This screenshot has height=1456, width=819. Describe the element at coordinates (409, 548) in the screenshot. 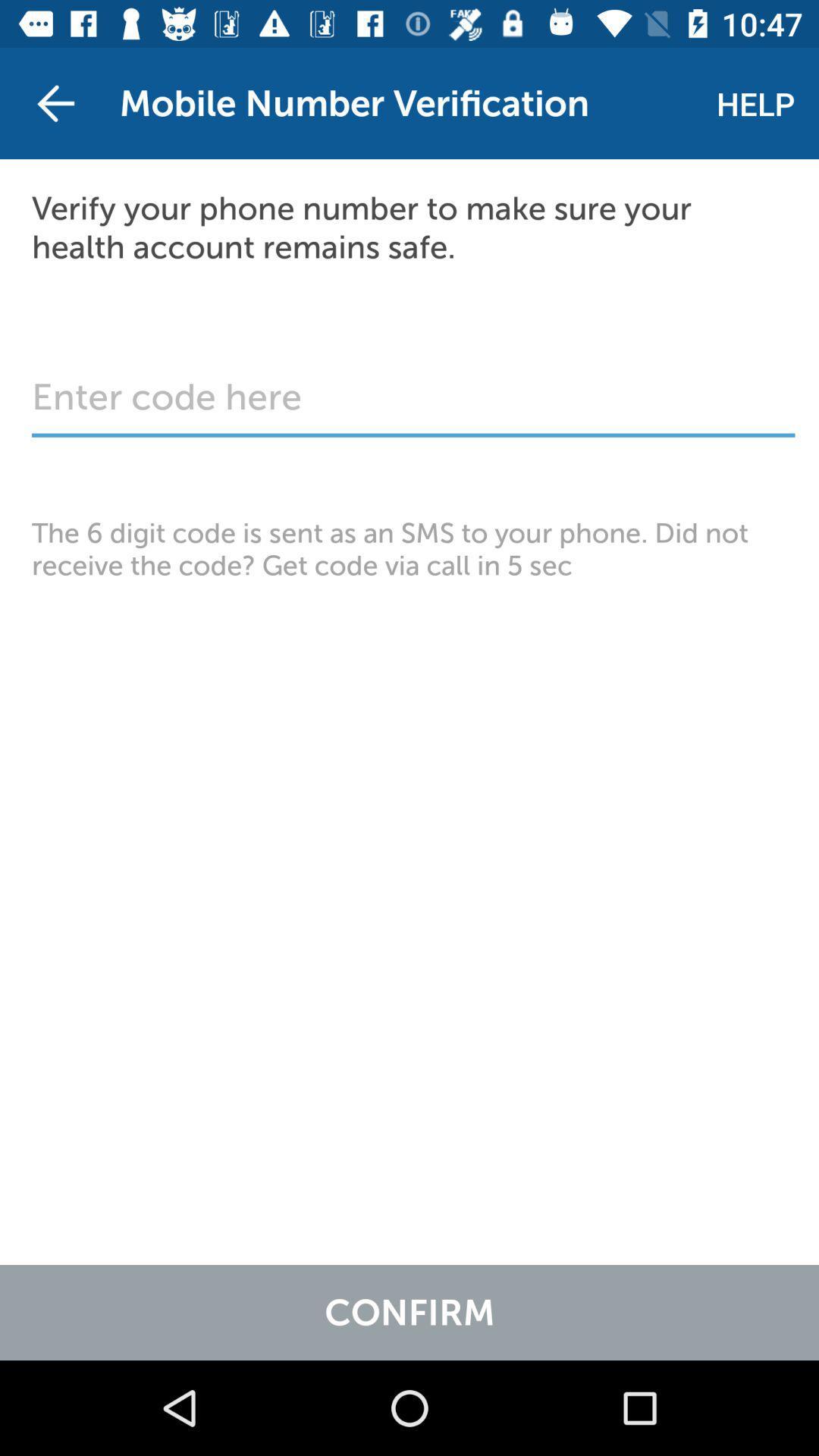

I see `the 6 digit item` at that location.